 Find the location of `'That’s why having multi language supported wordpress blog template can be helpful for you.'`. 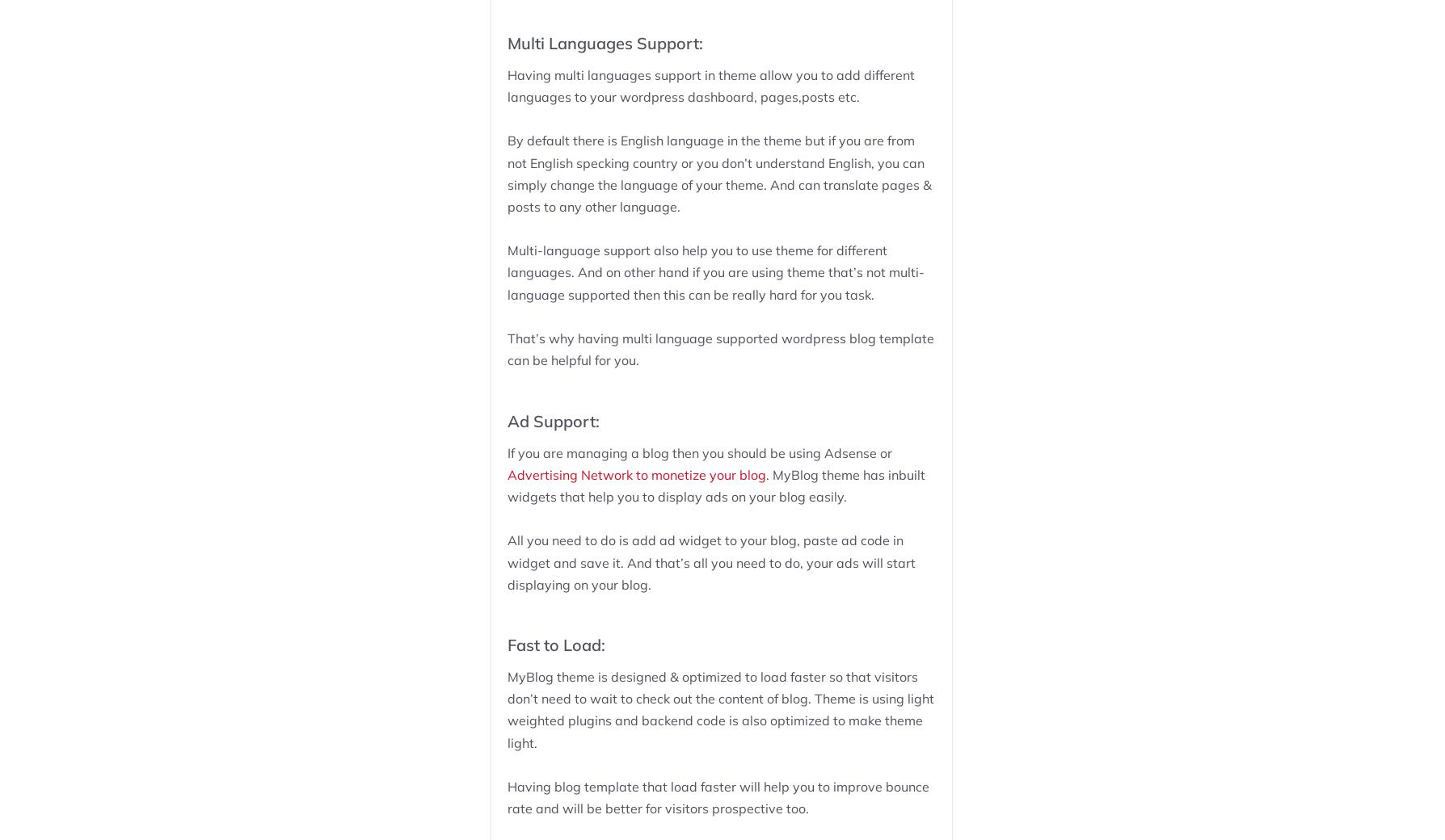

'That’s why having multi language supported wordpress blog template can be helpful for you.' is located at coordinates (718, 349).